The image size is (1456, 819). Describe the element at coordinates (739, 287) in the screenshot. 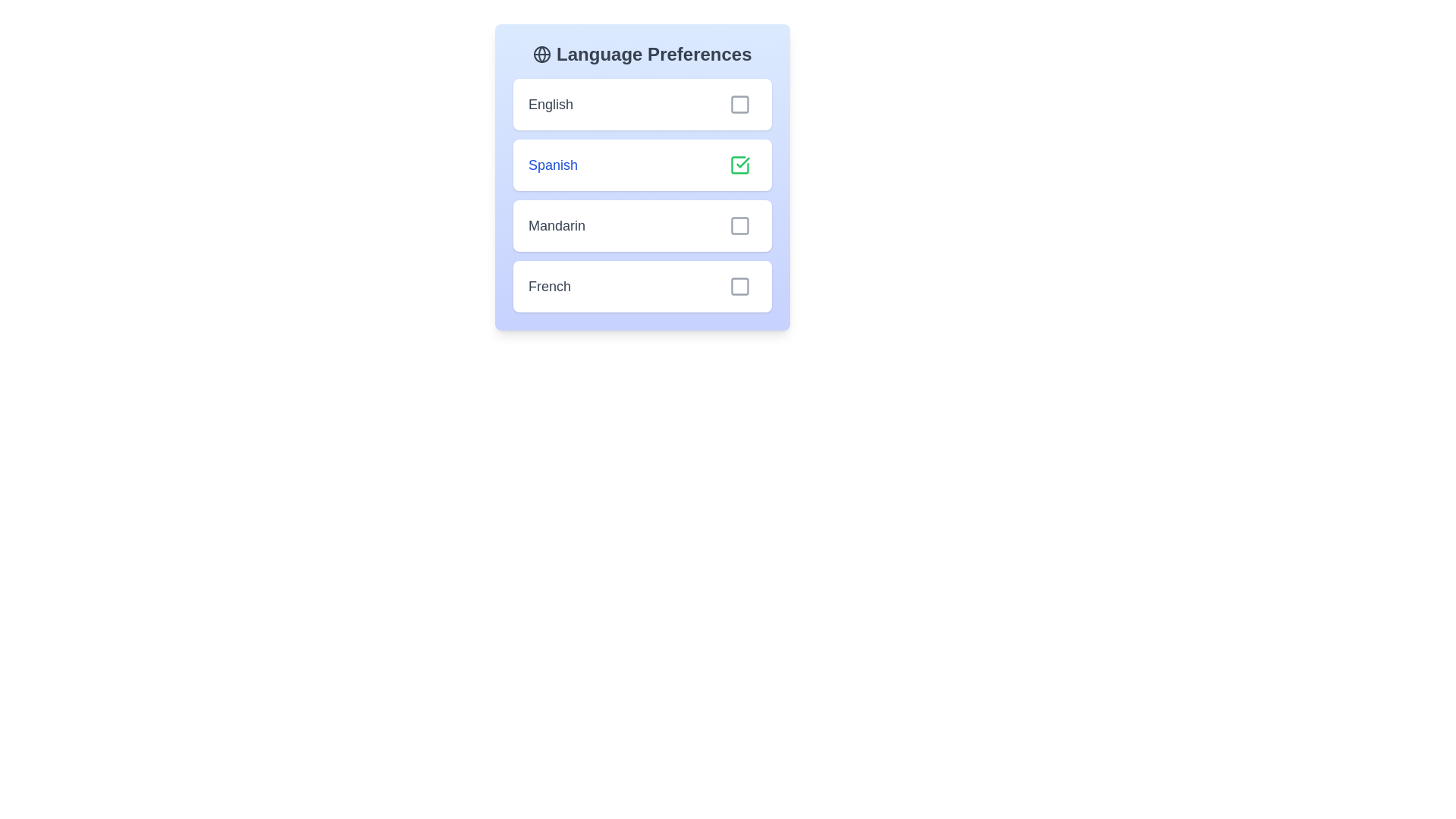

I see `the checkbox` at that location.